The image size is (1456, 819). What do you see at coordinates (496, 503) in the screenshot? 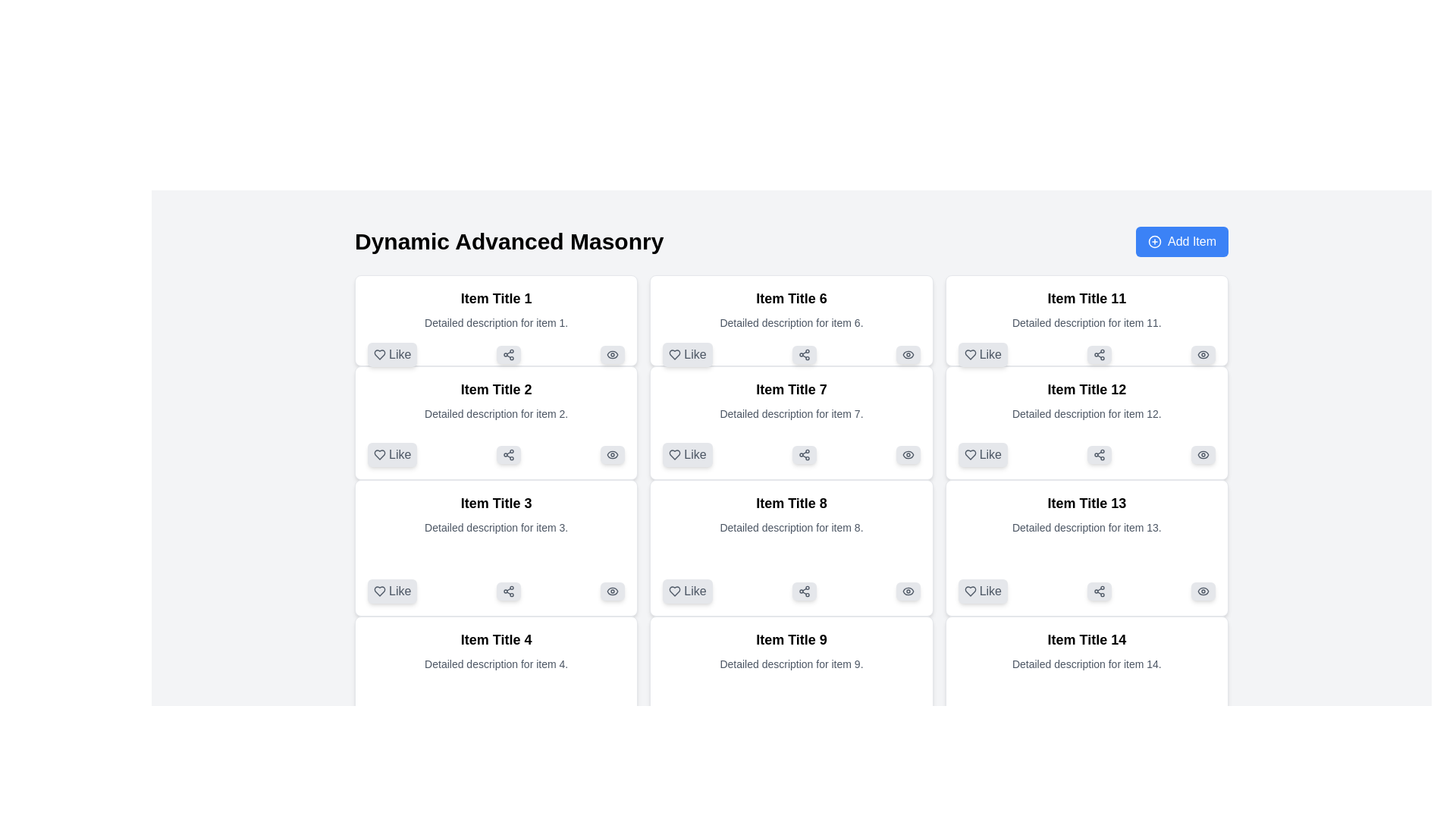
I see `the Label element that serves as a title for the content within the third card of the first column in a grid layout, located above the detailed description` at bounding box center [496, 503].